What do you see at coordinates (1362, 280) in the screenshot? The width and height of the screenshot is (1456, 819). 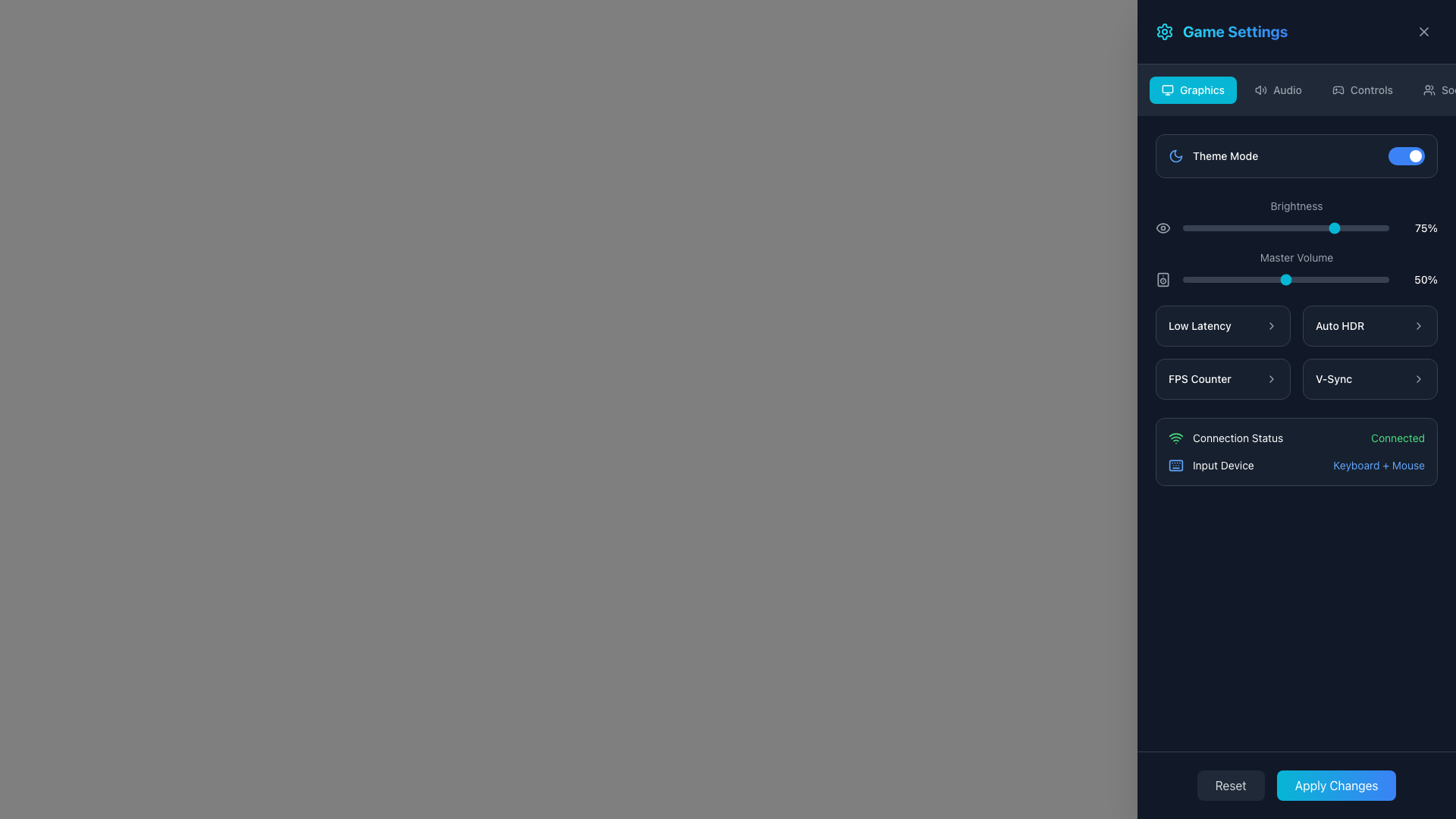 I see `the Master Volume` at bounding box center [1362, 280].